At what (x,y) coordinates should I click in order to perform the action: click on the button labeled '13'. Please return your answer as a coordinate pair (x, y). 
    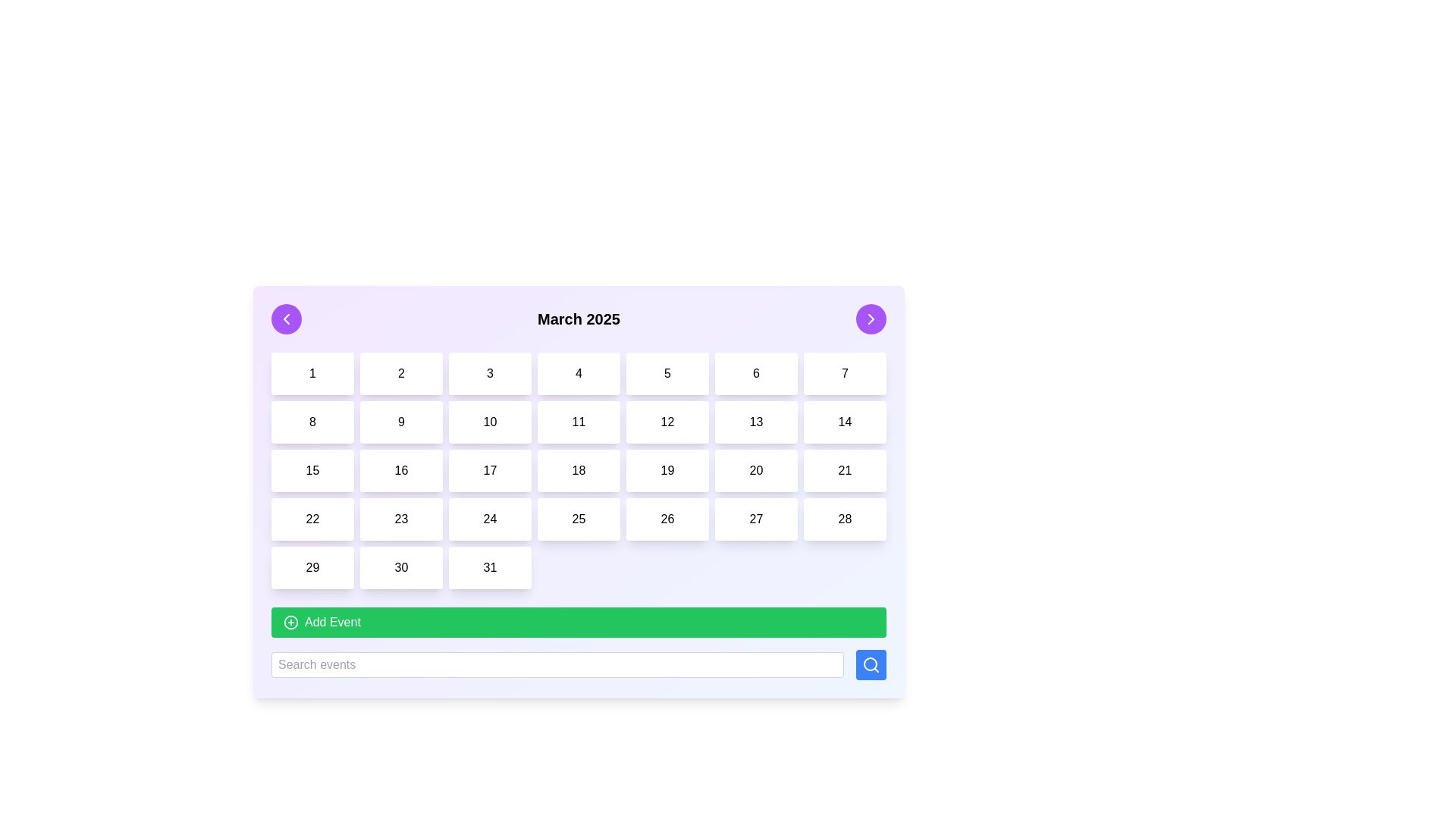
    Looking at the image, I should click on (756, 422).